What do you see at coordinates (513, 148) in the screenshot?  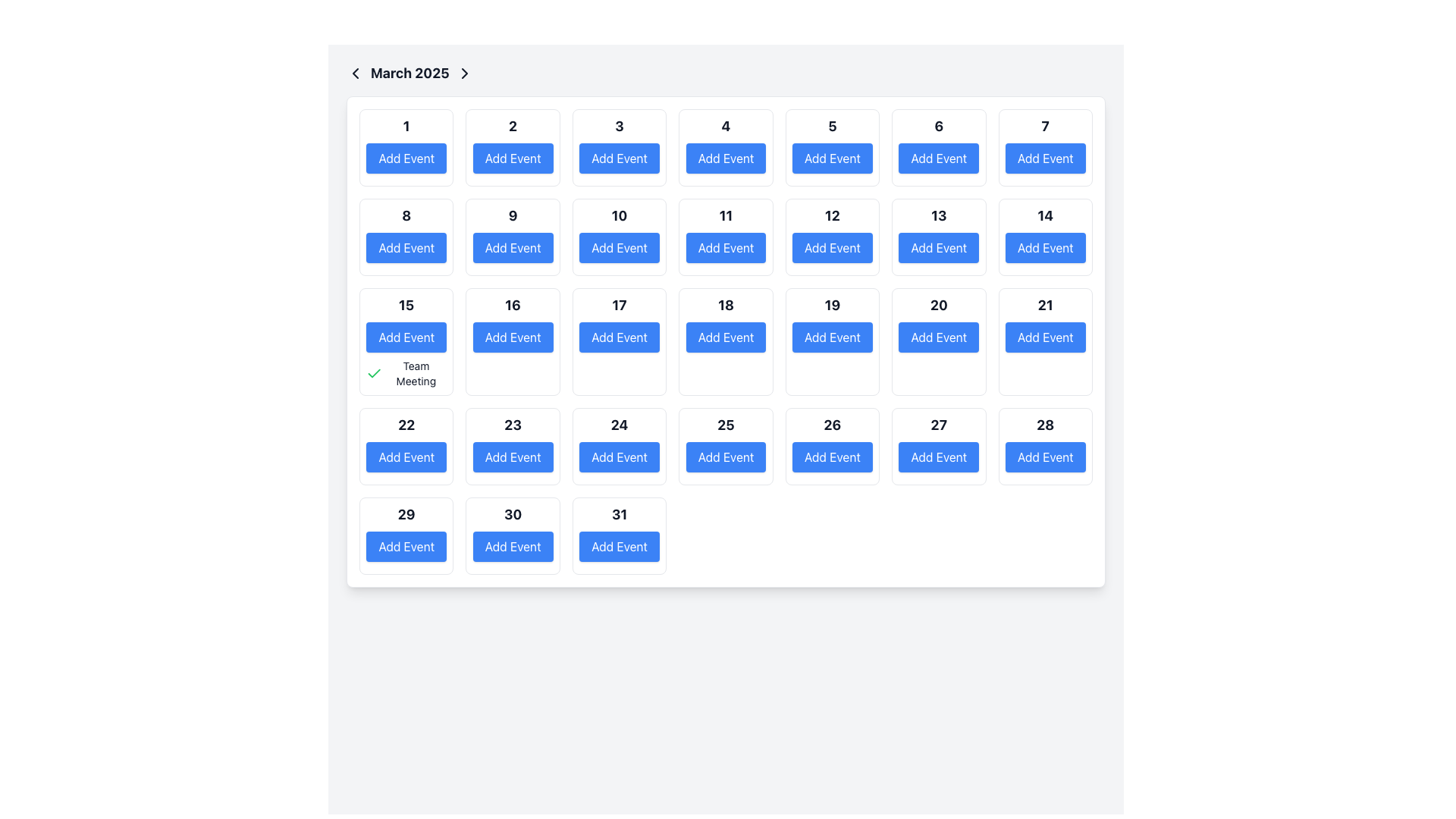 I see `the Composite component containing the bold number '2' and the blue button labeled 'Add Event' for keyboard interaction` at bounding box center [513, 148].